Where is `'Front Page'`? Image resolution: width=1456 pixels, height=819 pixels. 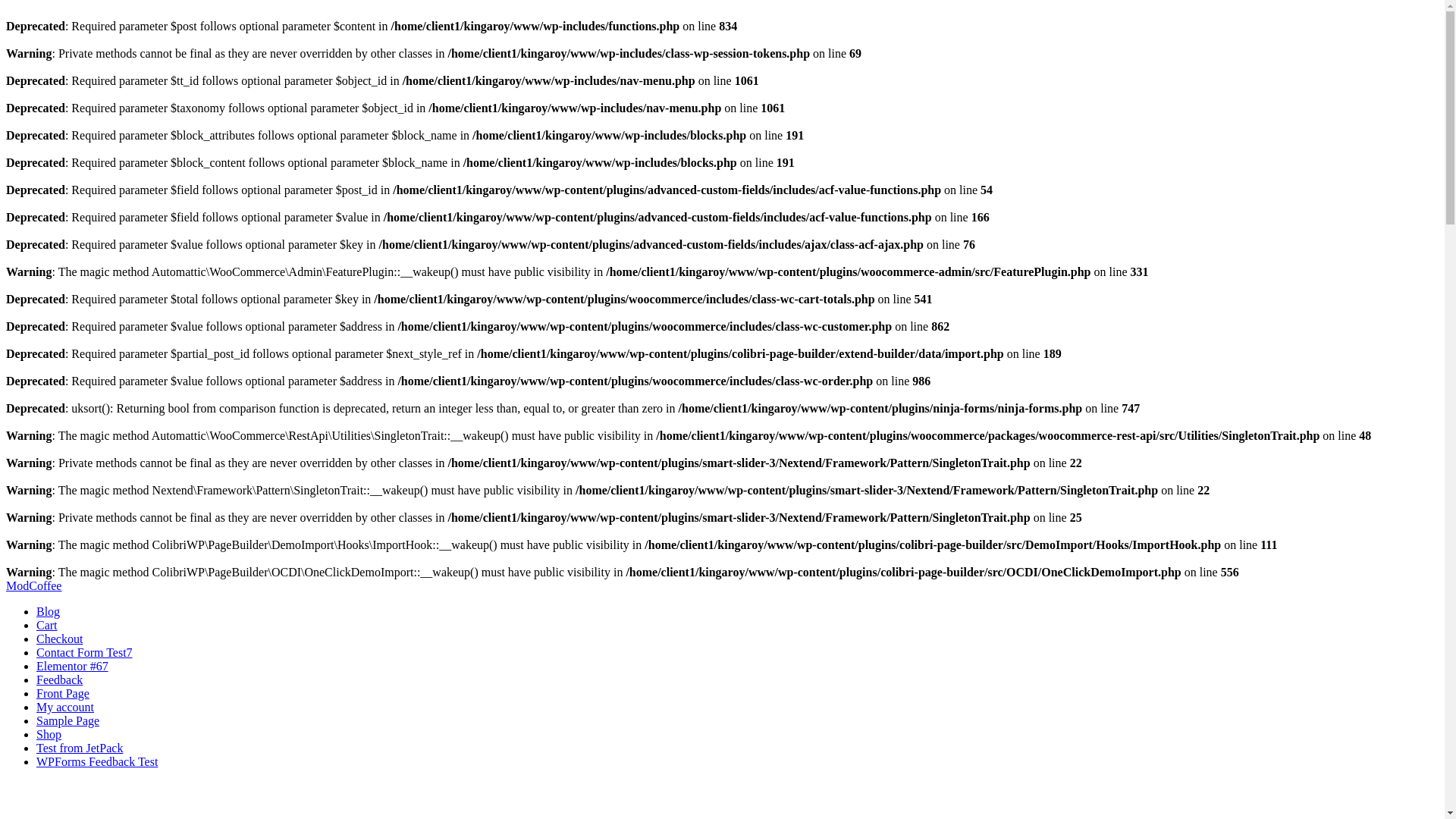
'Front Page' is located at coordinates (61, 693).